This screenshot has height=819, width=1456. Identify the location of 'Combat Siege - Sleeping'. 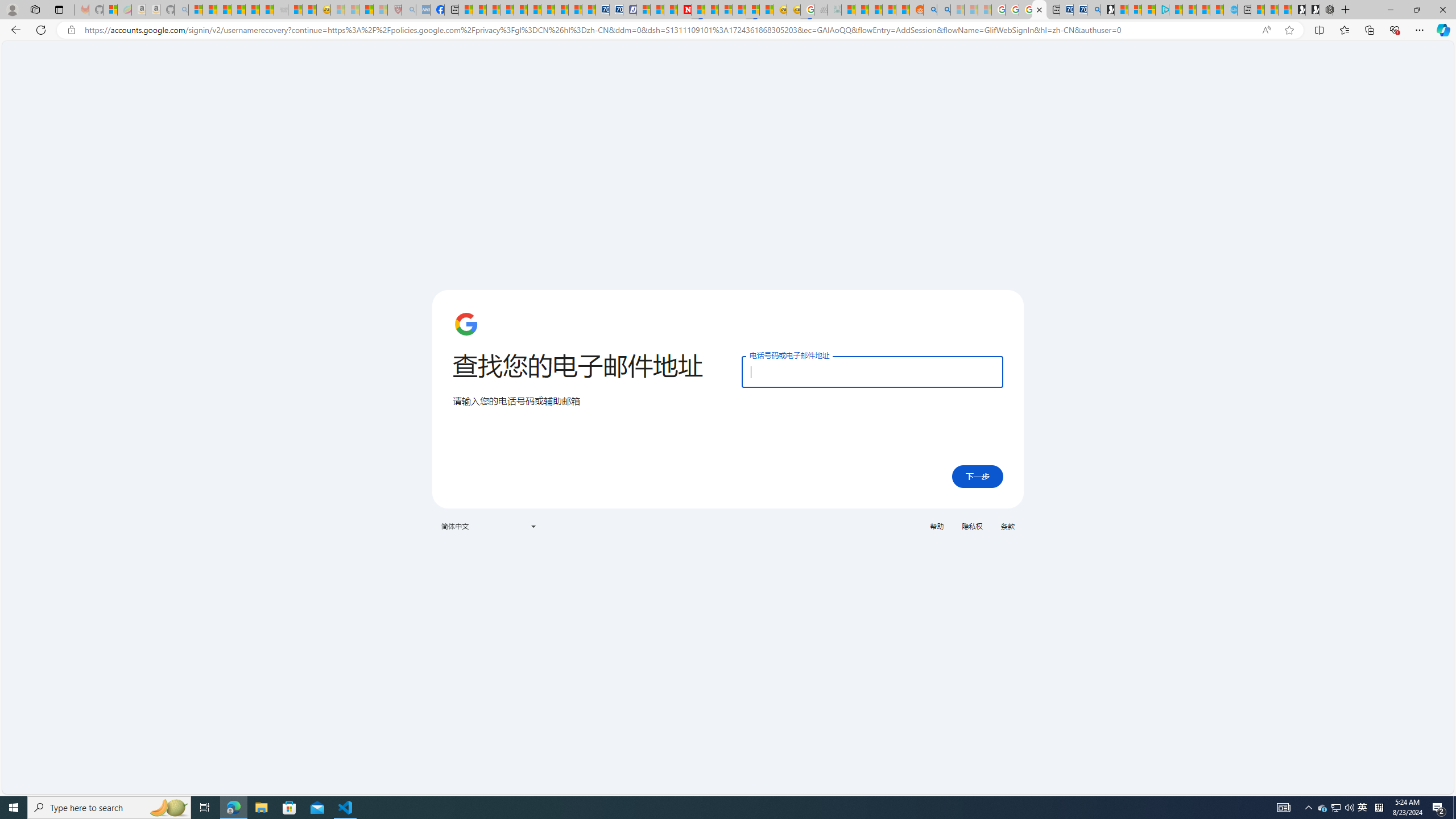
(280, 9).